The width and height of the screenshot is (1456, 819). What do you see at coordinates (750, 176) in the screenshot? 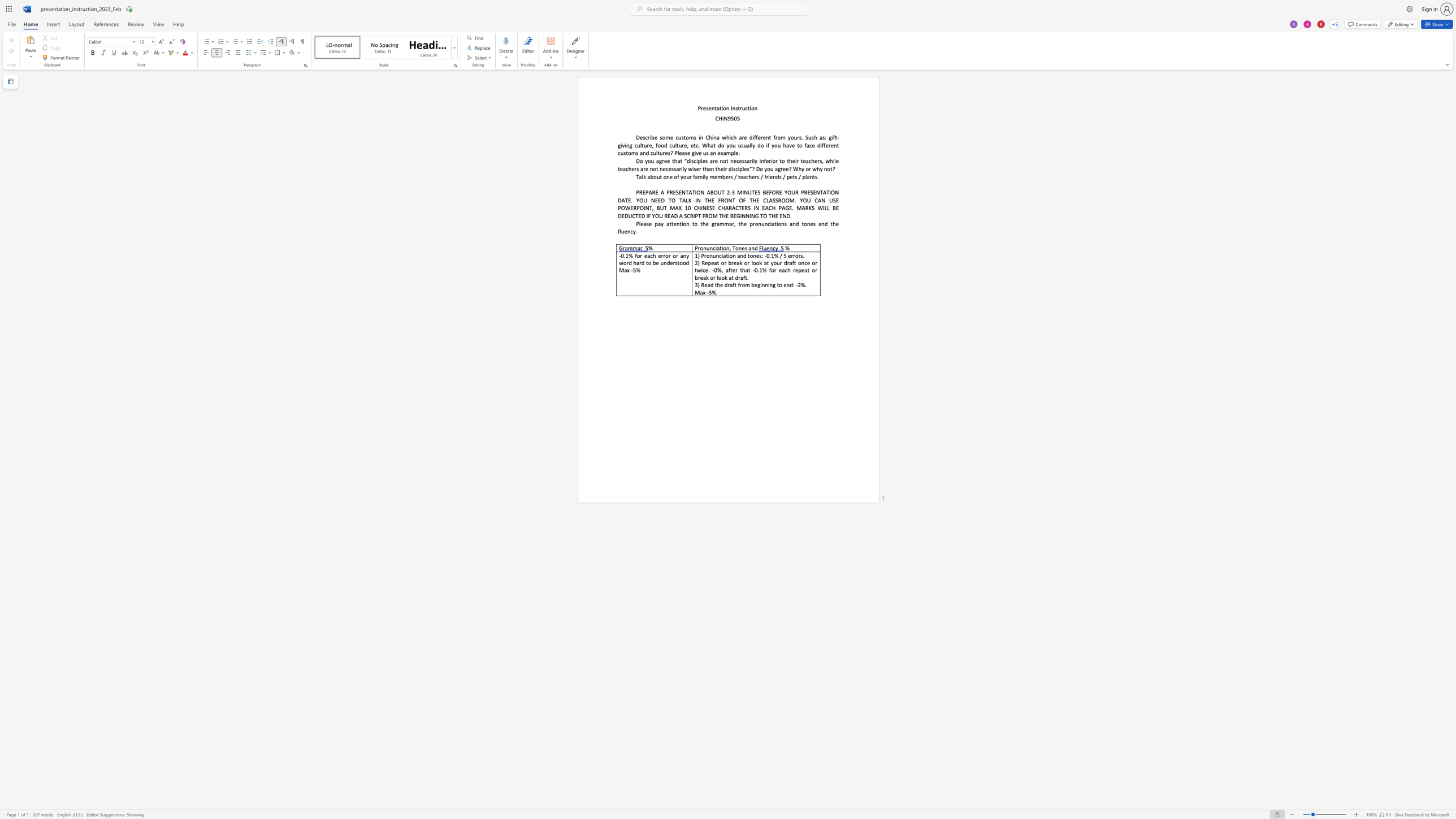
I see `the 1th character "h" in the text` at bounding box center [750, 176].